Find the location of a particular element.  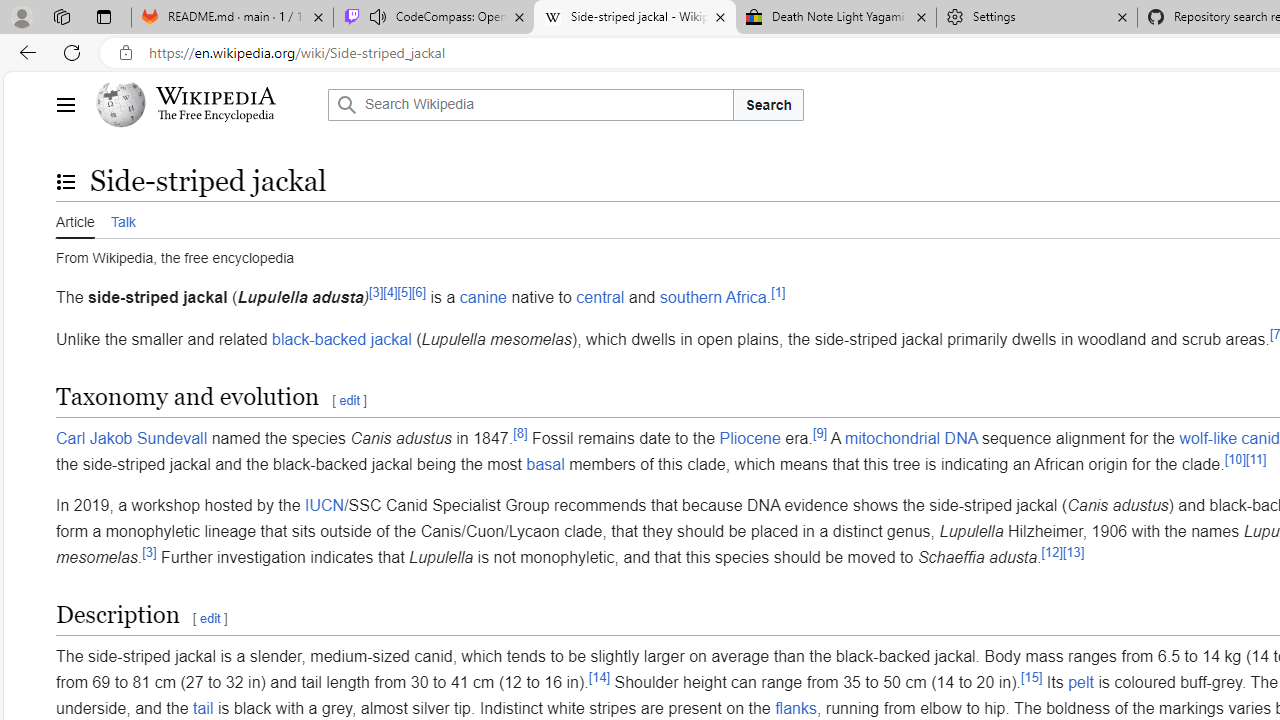

'IUCN' is located at coordinates (325, 504).